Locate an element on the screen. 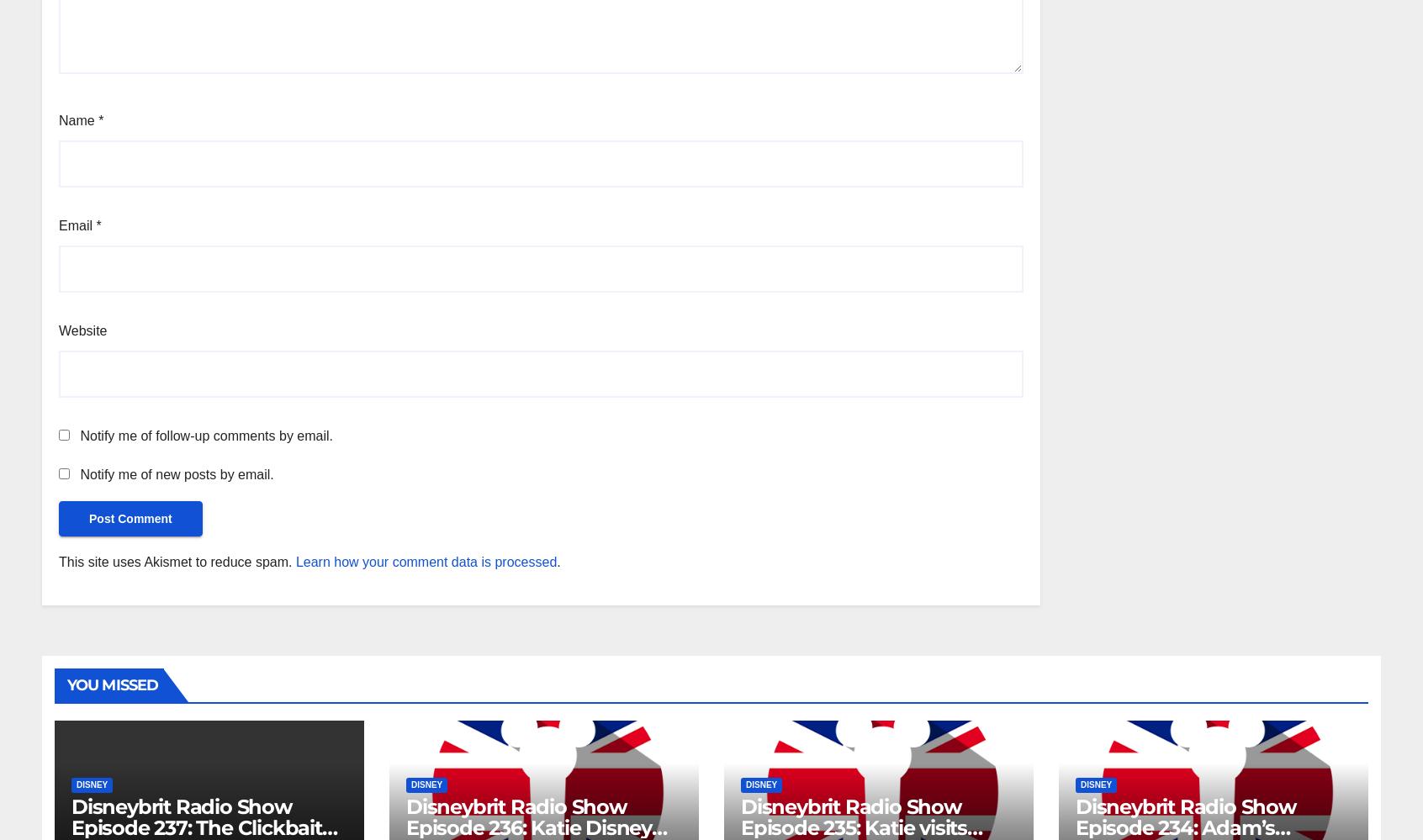 This screenshot has height=840, width=1423. 'Name' is located at coordinates (78, 119).